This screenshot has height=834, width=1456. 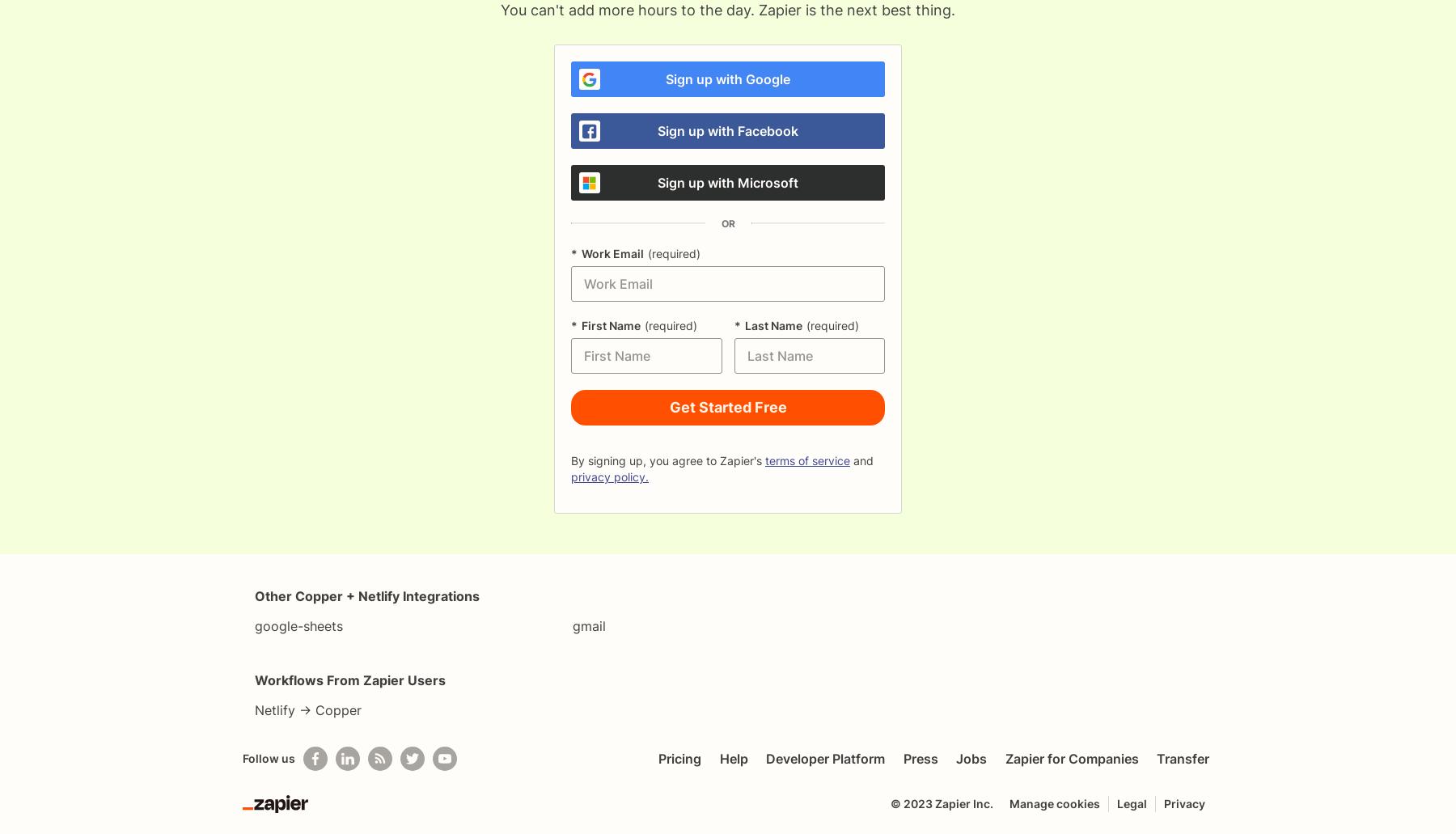 What do you see at coordinates (254, 624) in the screenshot?
I see `'google-sheets'` at bounding box center [254, 624].